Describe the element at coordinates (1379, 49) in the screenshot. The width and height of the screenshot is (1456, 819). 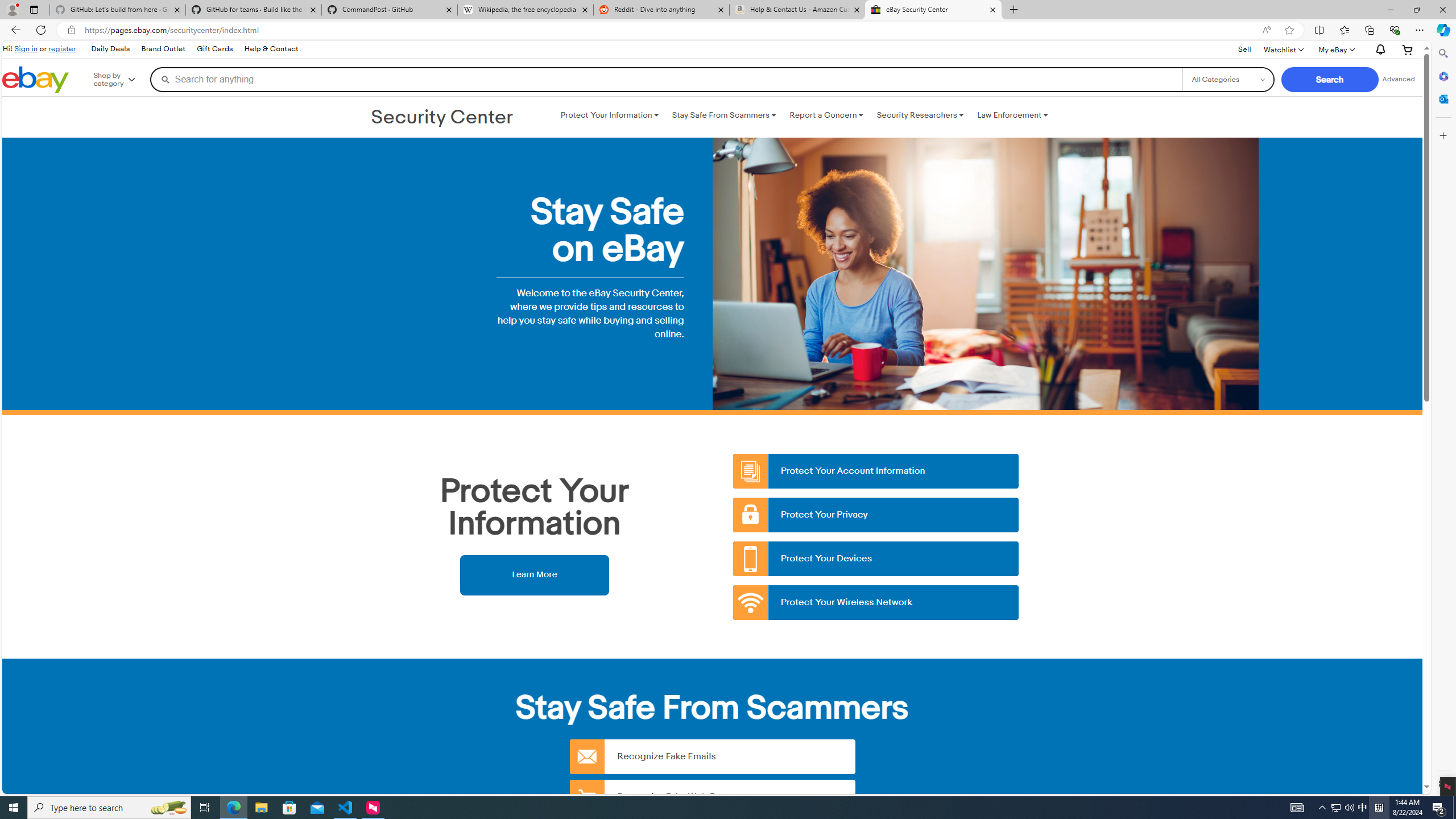
I see `'AutomationID: gh-eb-Alerts'` at that location.